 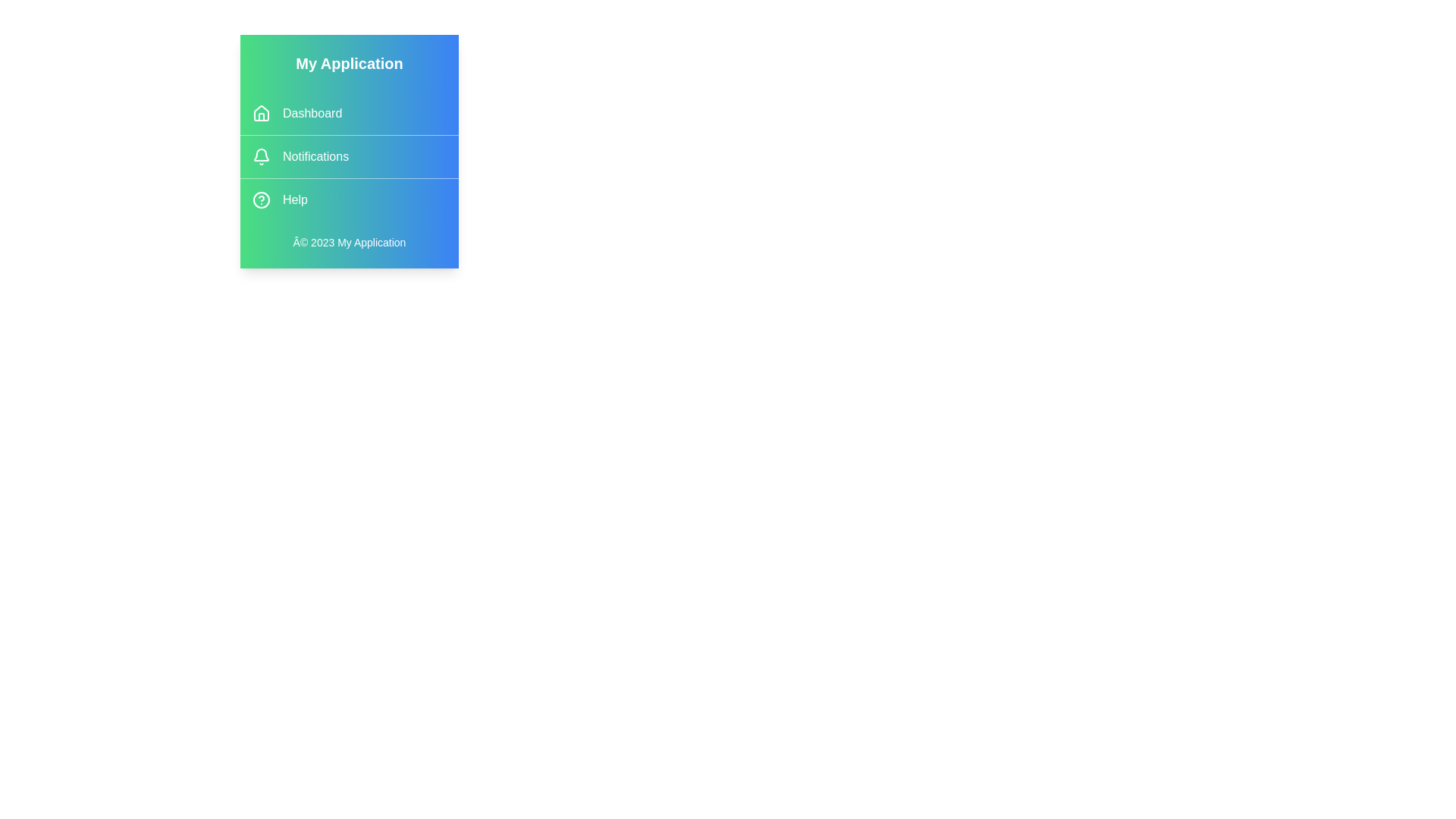 What do you see at coordinates (348, 157) in the screenshot?
I see `the Notifications menu item to navigate to its section` at bounding box center [348, 157].